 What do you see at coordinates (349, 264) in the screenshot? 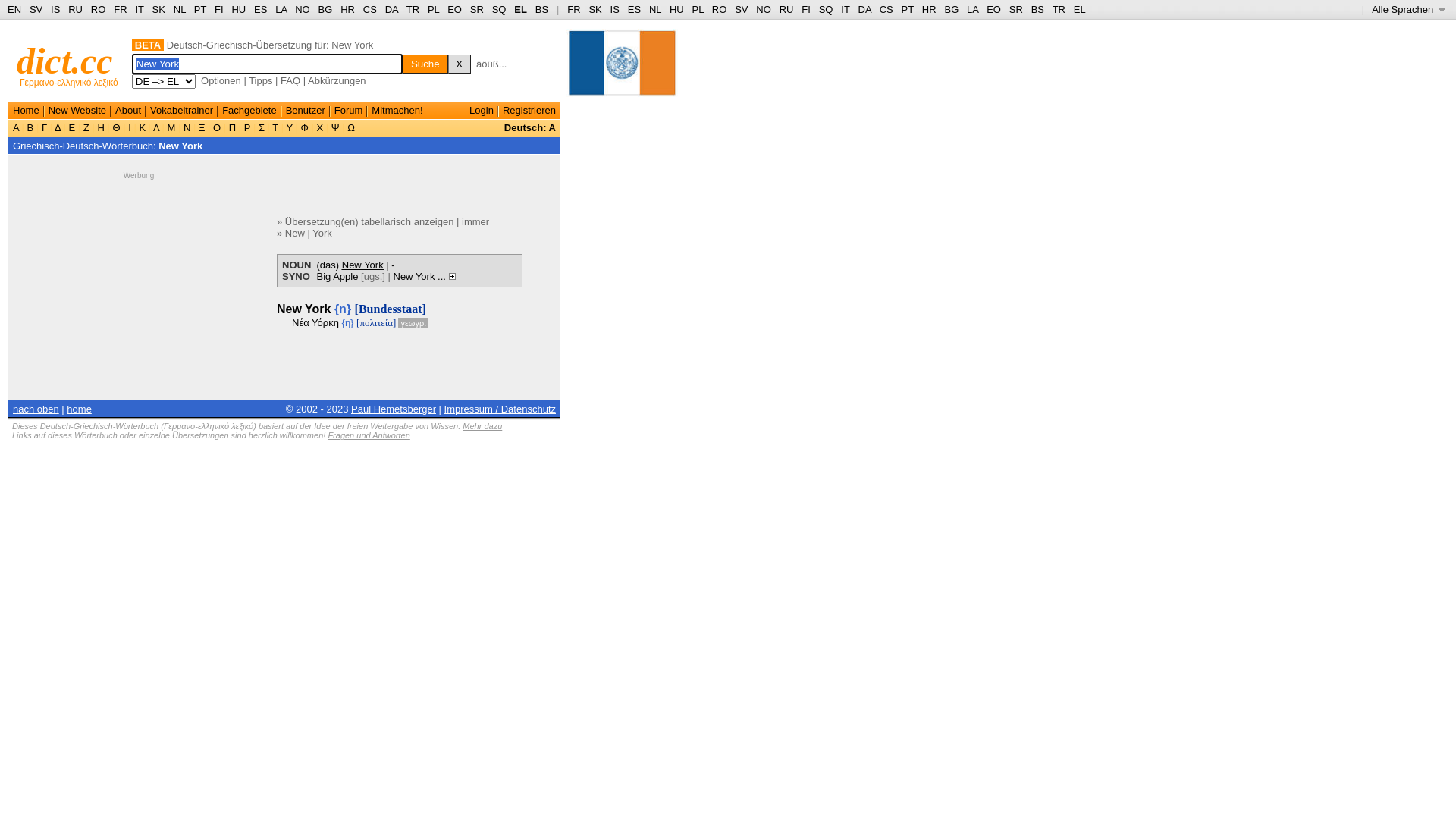
I see `'(das) New York'` at bounding box center [349, 264].